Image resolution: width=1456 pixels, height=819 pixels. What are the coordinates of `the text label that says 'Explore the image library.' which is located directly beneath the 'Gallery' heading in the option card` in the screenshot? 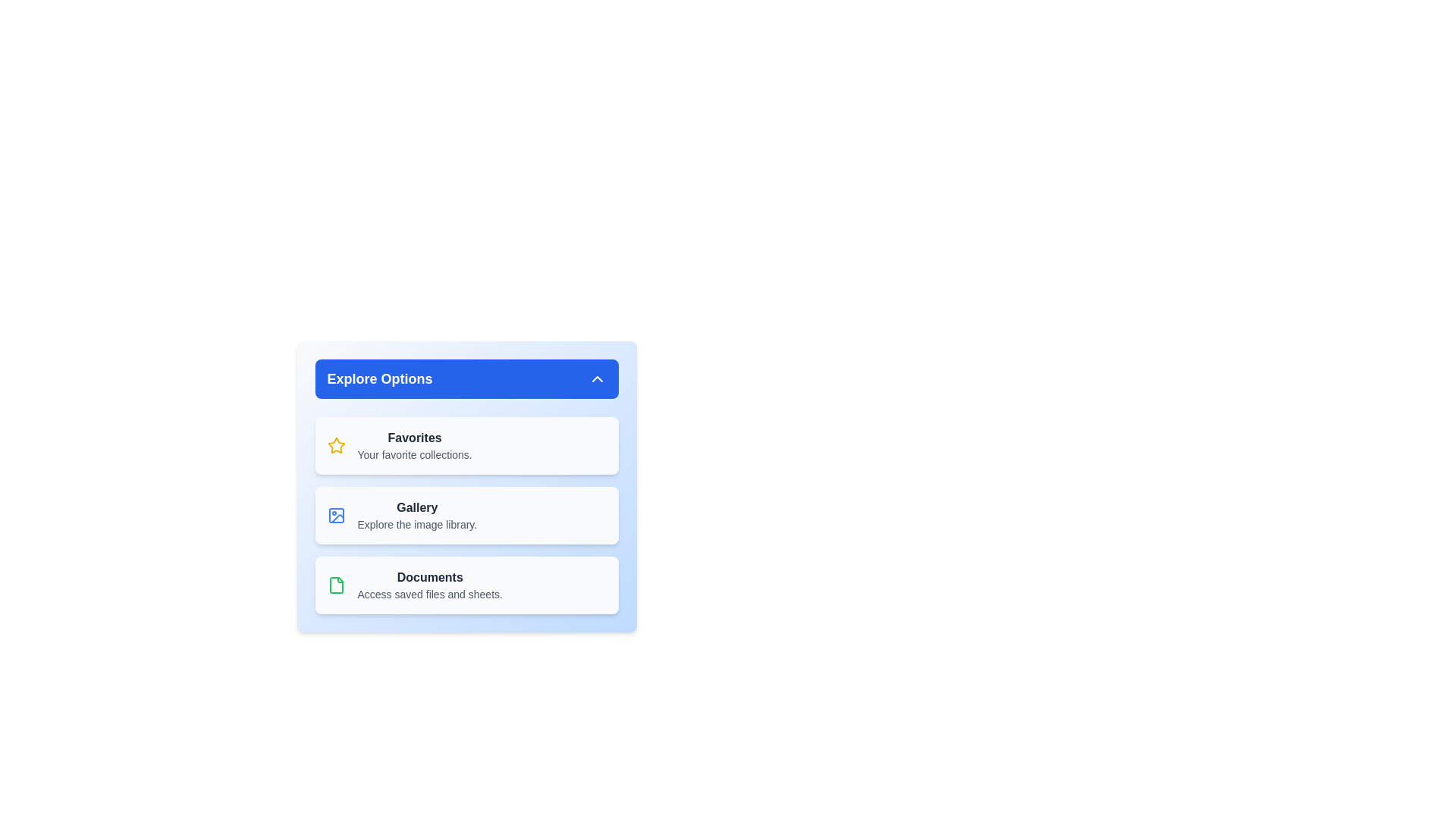 It's located at (417, 523).